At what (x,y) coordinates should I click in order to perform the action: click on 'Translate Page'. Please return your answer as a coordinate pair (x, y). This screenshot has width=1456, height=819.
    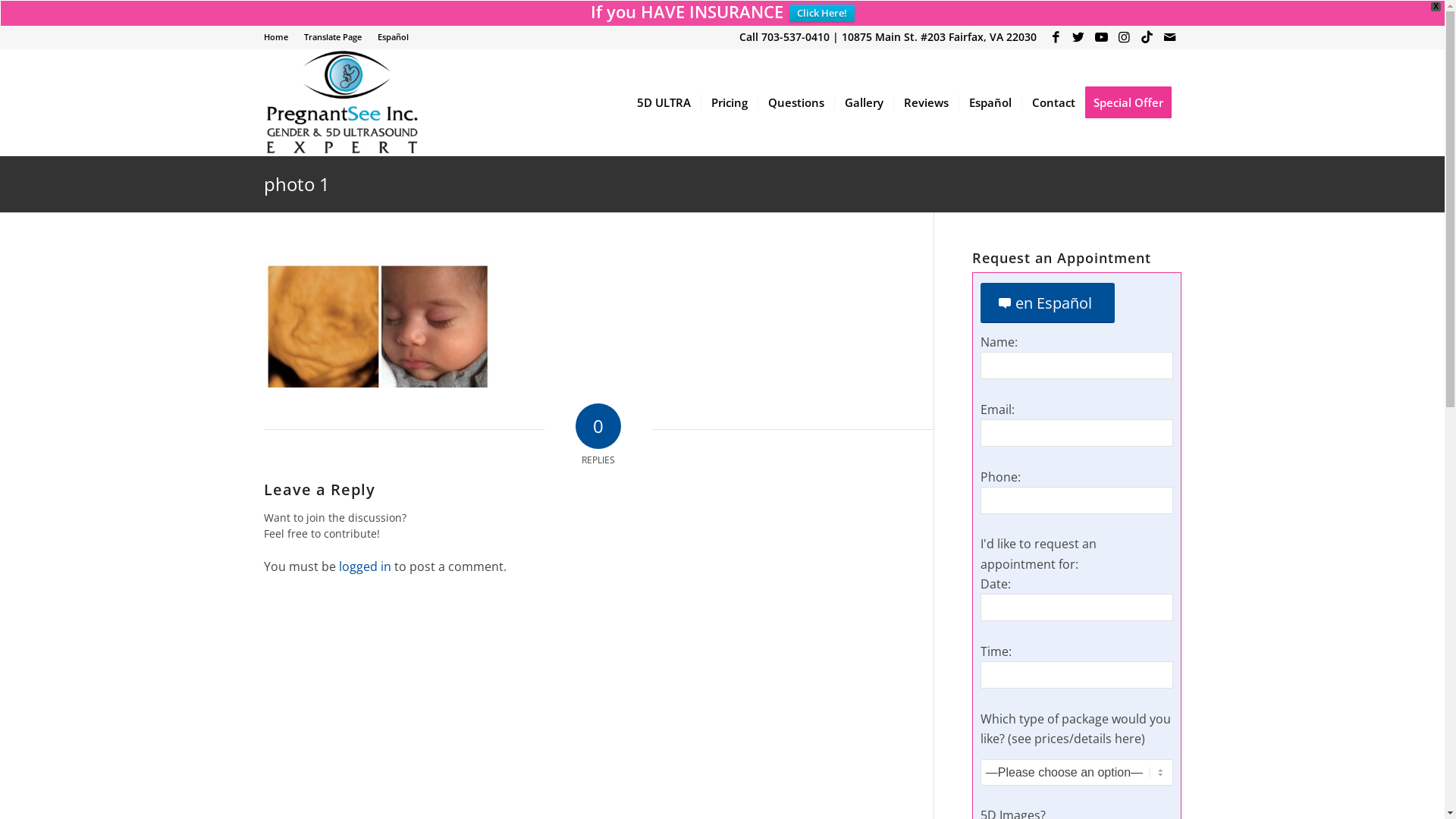
    Looking at the image, I should click on (331, 36).